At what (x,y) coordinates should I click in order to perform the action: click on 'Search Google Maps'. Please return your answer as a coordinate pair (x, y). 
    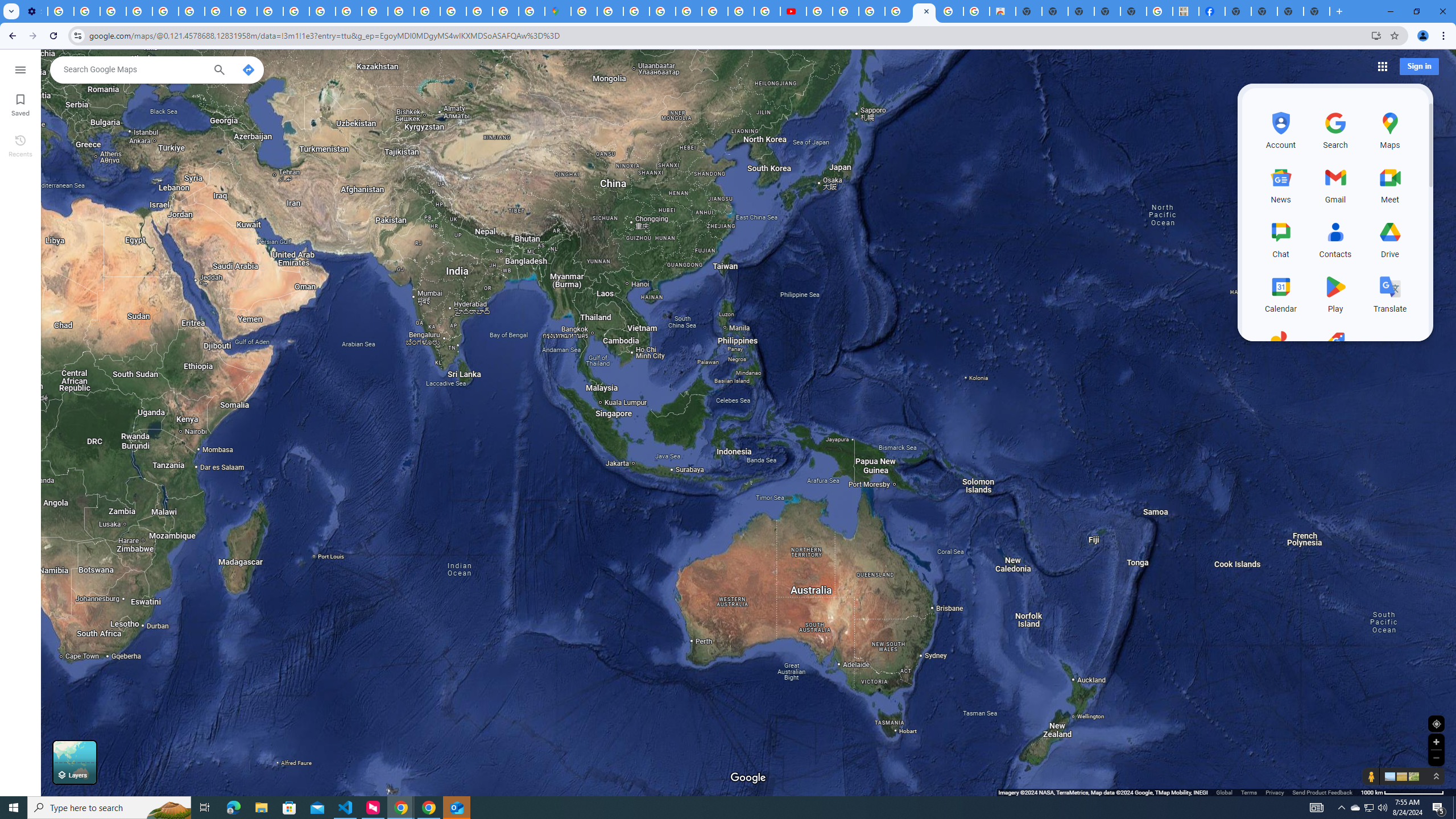
    Looking at the image, I should click on (134, 68).